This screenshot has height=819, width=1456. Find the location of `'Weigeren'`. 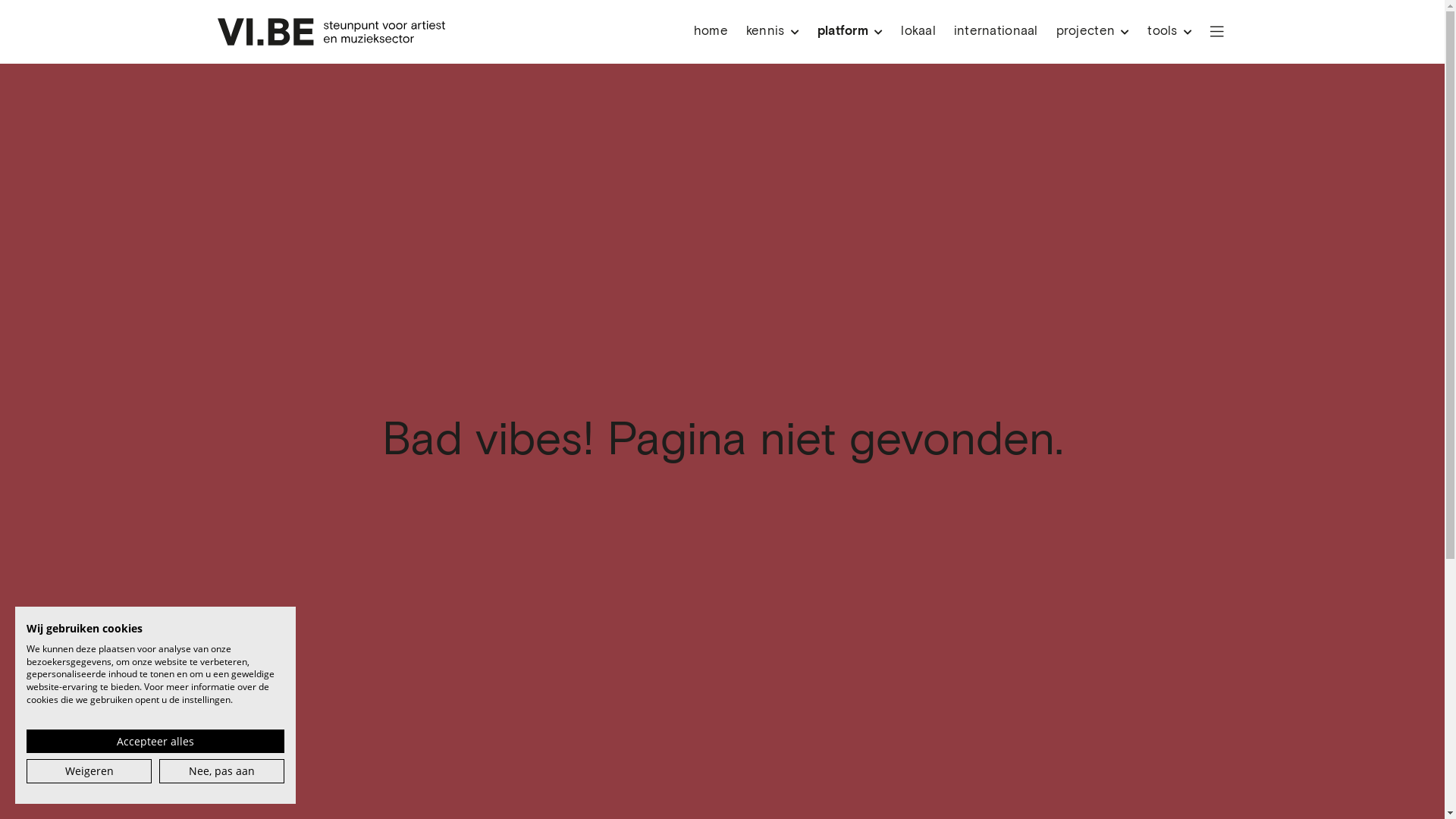

'Weigeren' is located at coordinates (26, 771).